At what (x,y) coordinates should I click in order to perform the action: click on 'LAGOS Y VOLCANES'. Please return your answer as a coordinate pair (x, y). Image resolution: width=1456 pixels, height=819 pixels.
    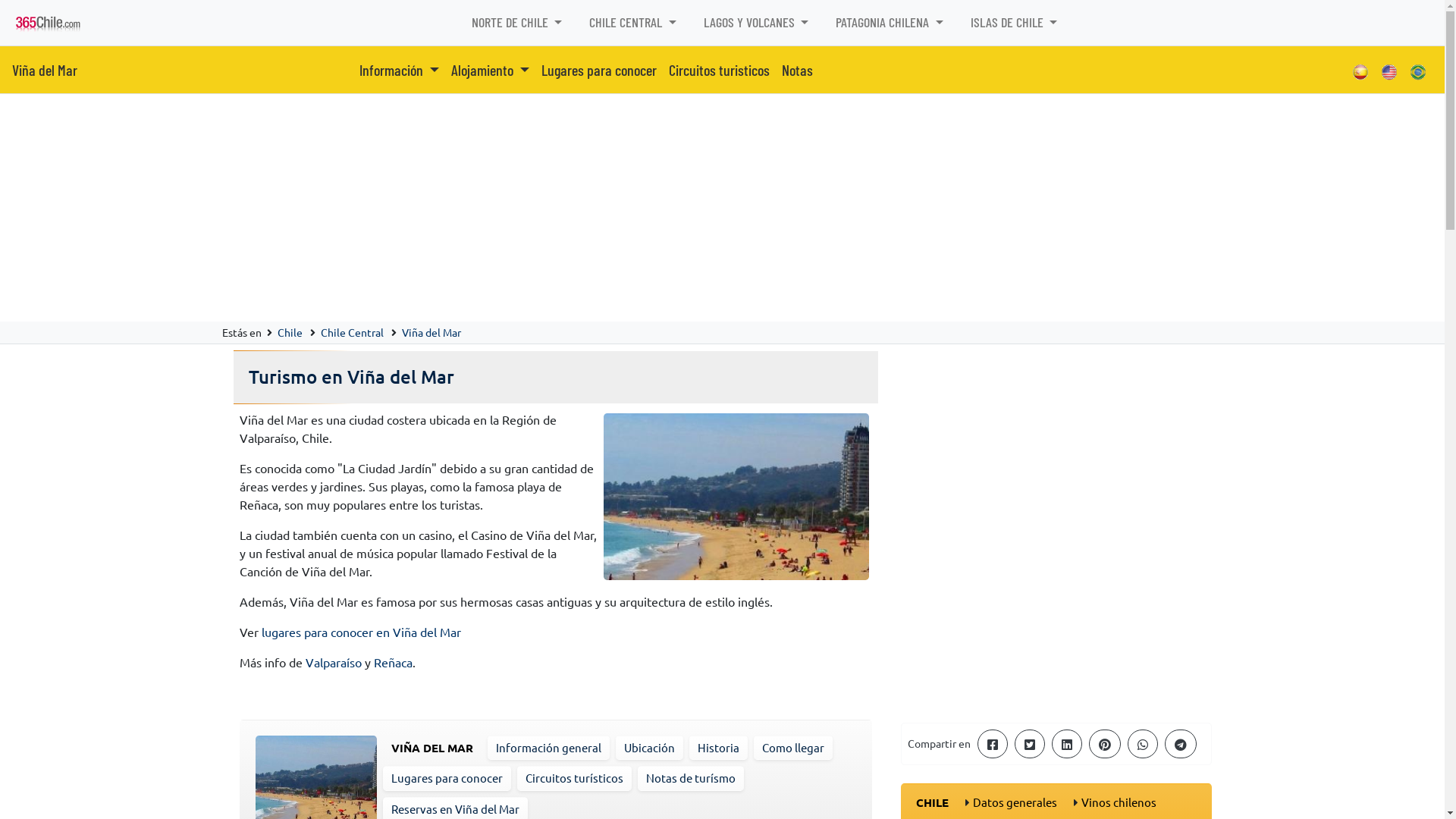
    Looking at the image, I should click on (756, 22).